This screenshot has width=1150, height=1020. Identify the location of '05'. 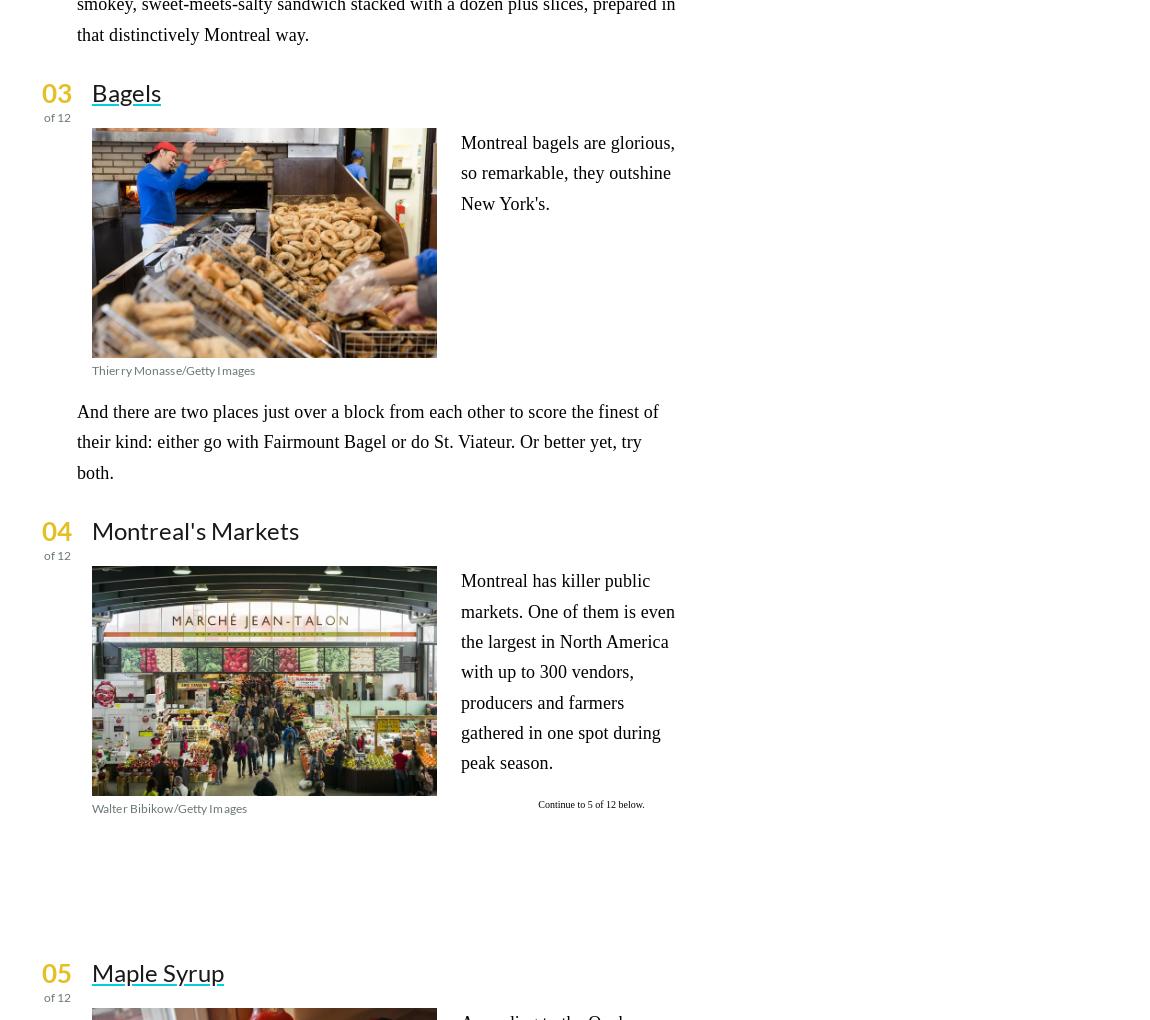
(56, 970).